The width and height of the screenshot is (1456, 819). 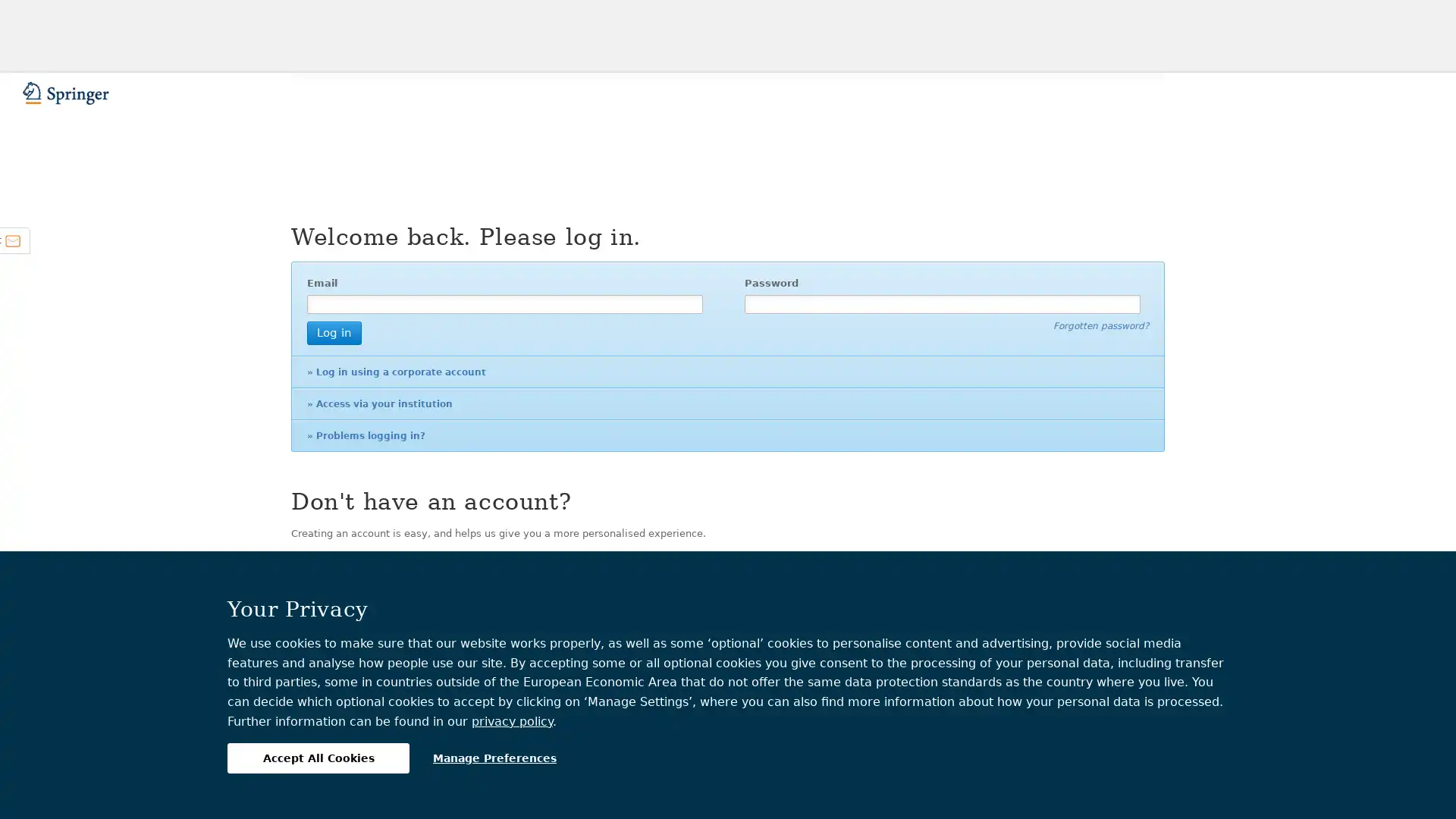 I want to click on Accept All Cookies, so click(x=318, y=758).